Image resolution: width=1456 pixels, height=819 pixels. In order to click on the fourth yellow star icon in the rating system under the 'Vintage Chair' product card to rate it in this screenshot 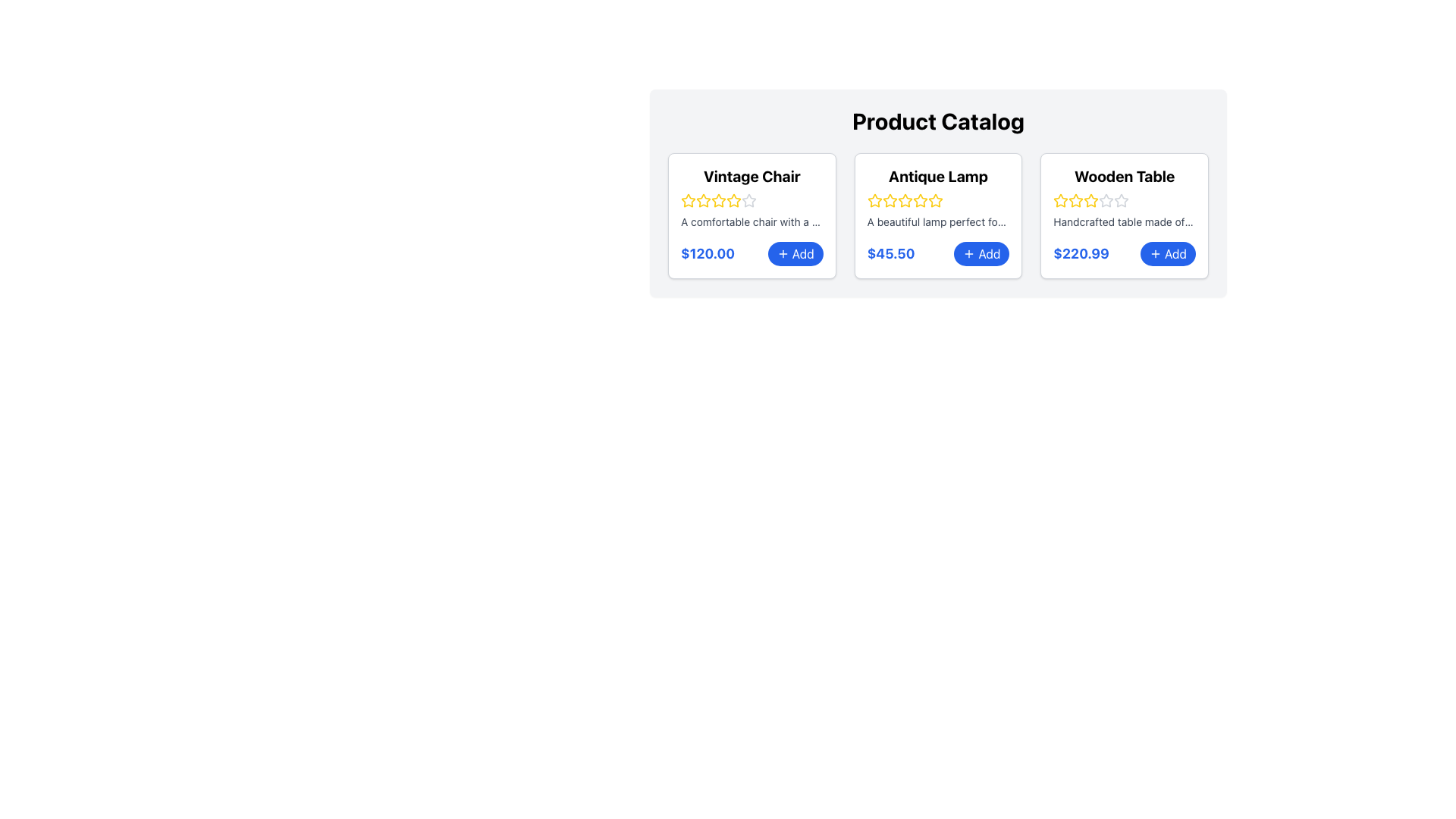, I will do `click(718, 200)`.